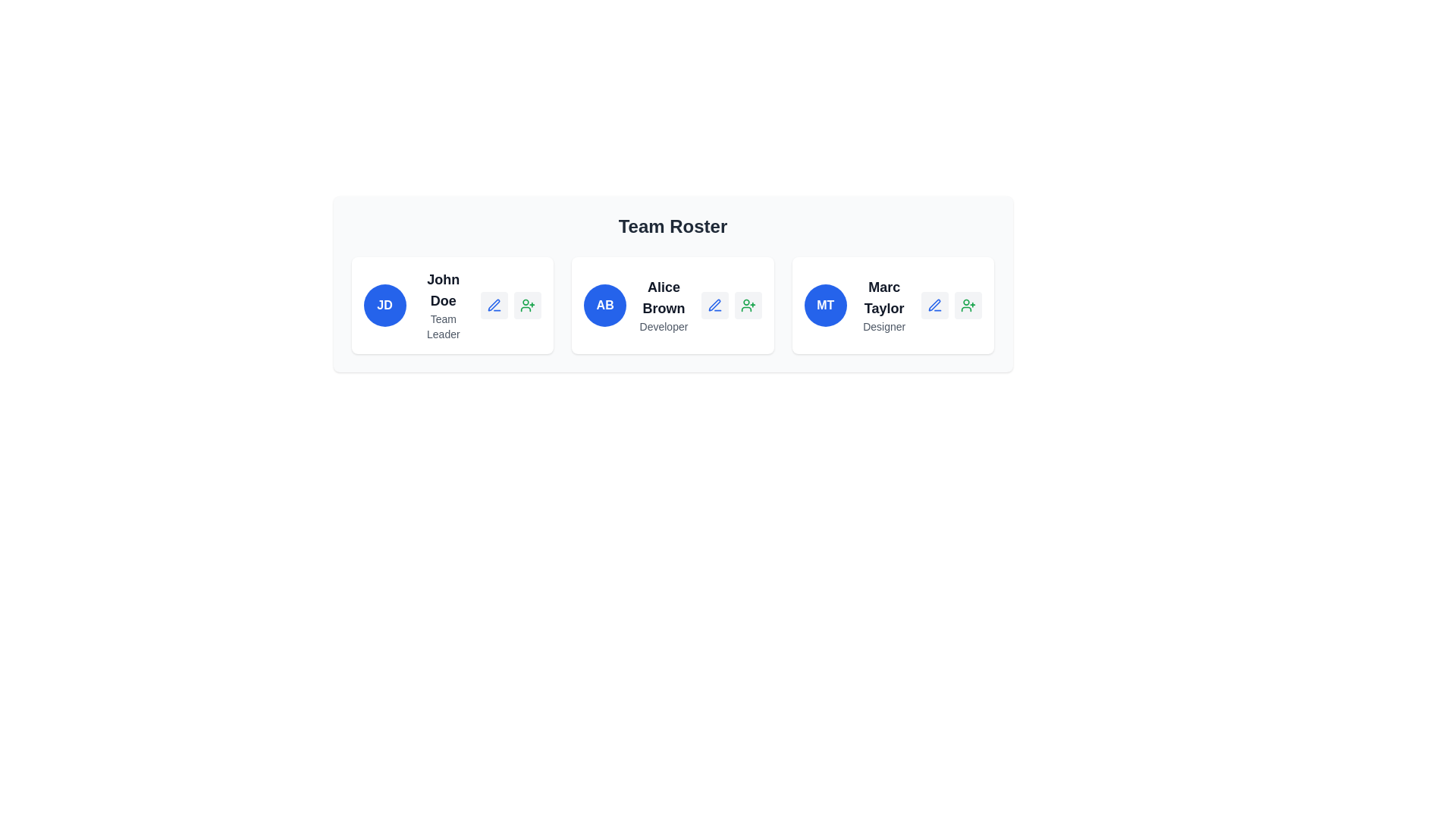  What do you see at coordinates (664, 298) in the screenshot?
I see `the bold text displaying the individual's name in the 'Team Roster' section, located above the 'Developer' text and below the circular blue icon labeled 'AB' to interact with associated functionalities` at bounding box center [664, 298].